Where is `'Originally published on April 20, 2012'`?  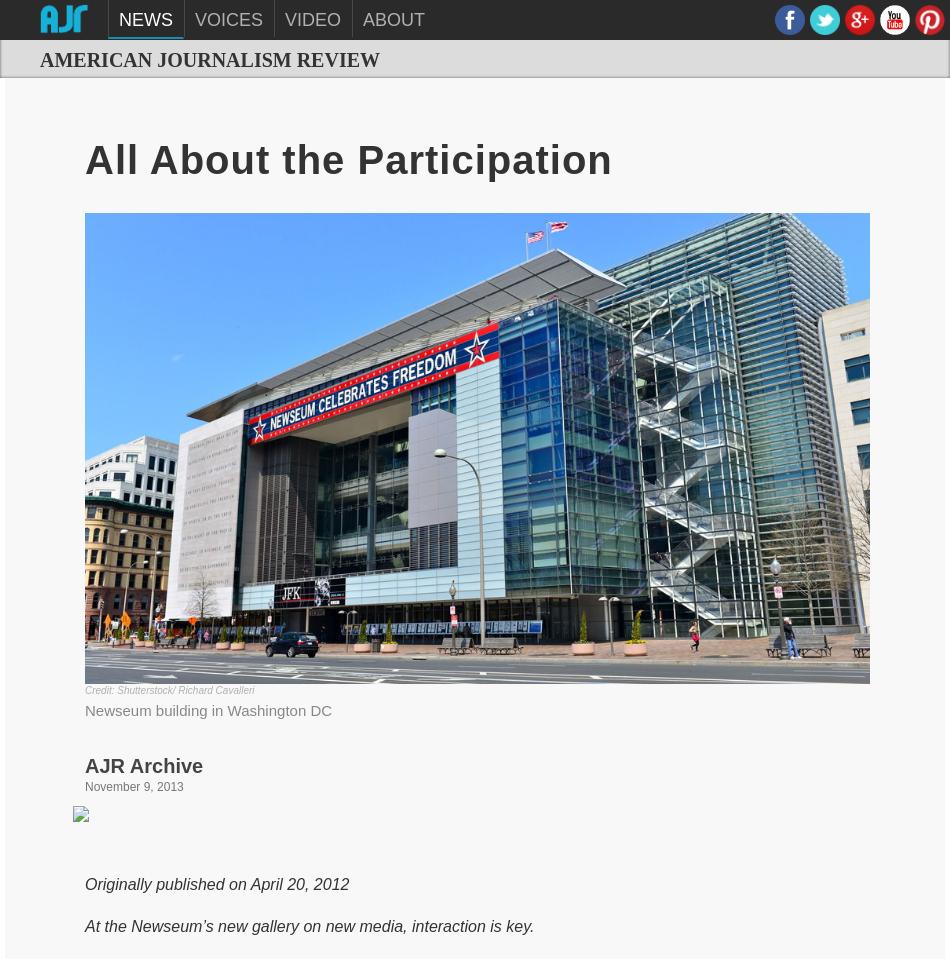 'Originally published on April 20, 2012' is located at coordinates (216, 882).